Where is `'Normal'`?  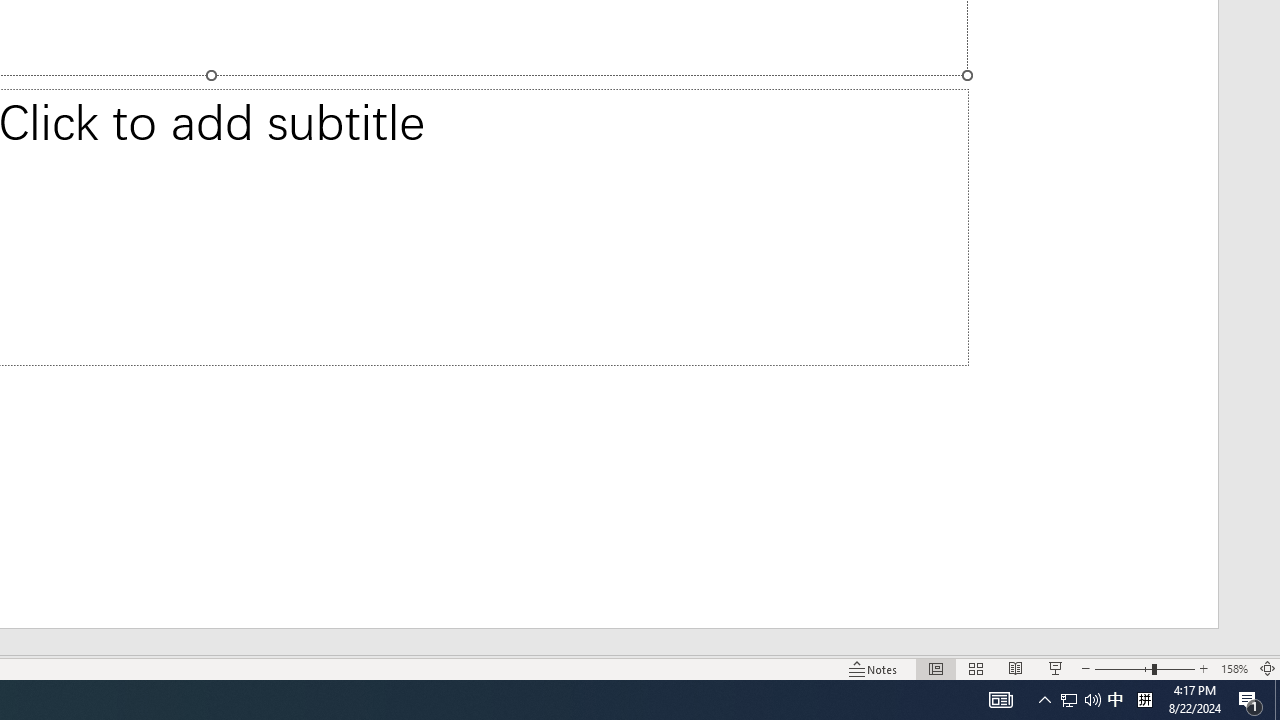 'Normal' is located at coordinates (935, 669).